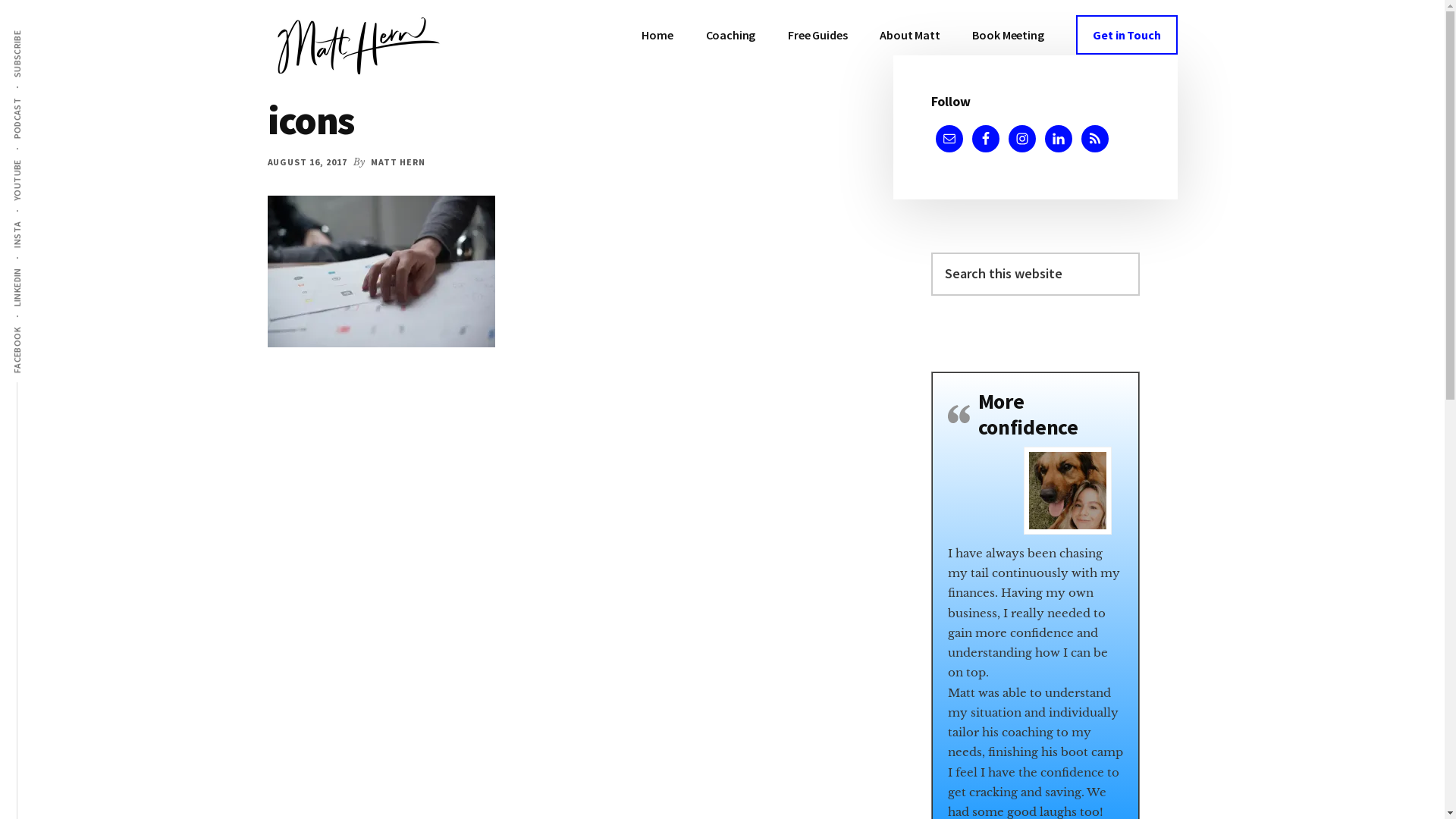 The height and width of the screenshot is (819, 1456). What do you see at coordinates (41, 29) in the screenshot?
I see `'SUBSCRIBE'` at bounding box center [41, 29].